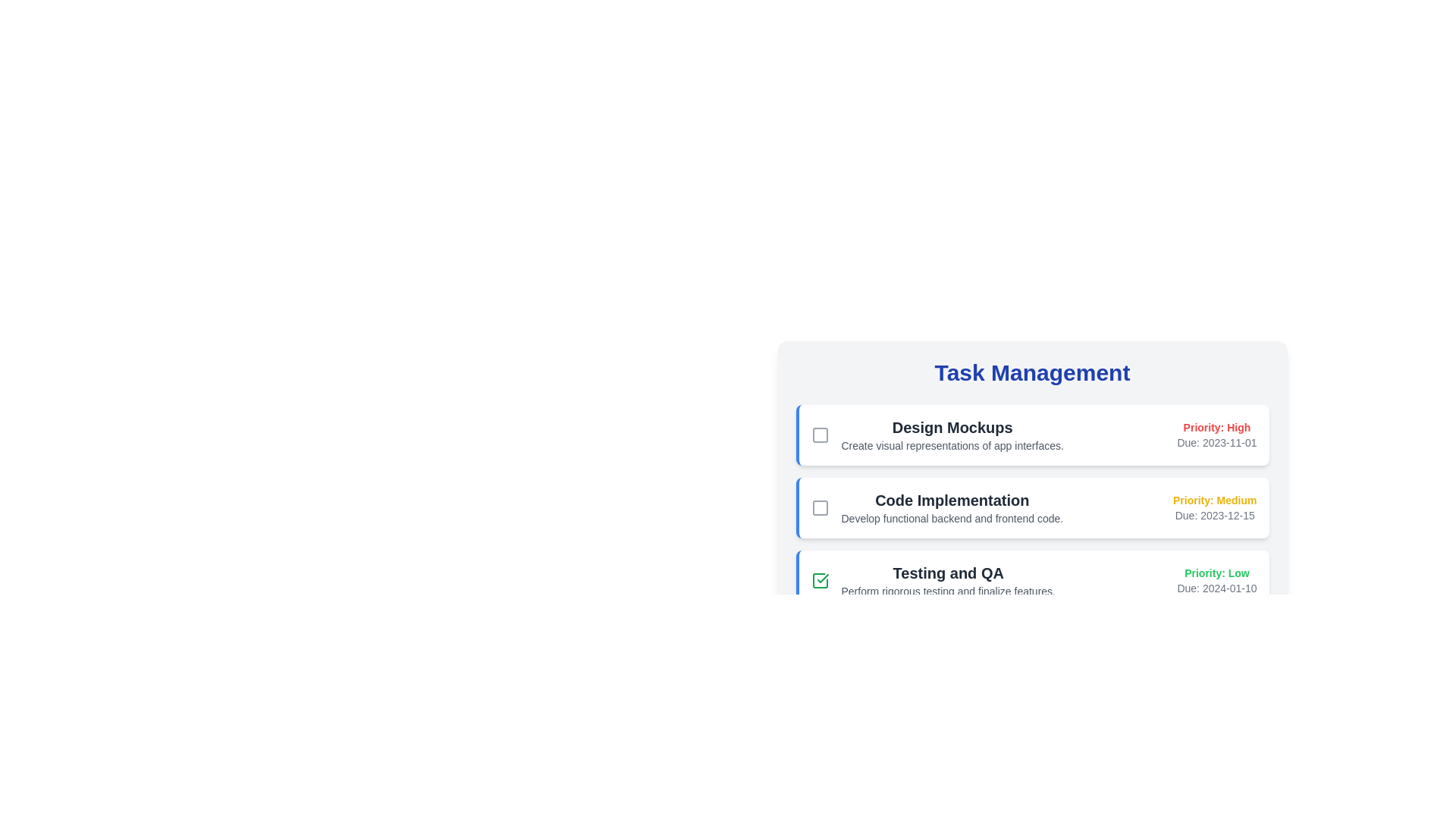  Describe the element at coordinates (952, 444) in the screenshot. I see `Text label that provides additional context for the 'Design Mockups' task located under the title within the first task entry of the 'Task Management' section` at that location.